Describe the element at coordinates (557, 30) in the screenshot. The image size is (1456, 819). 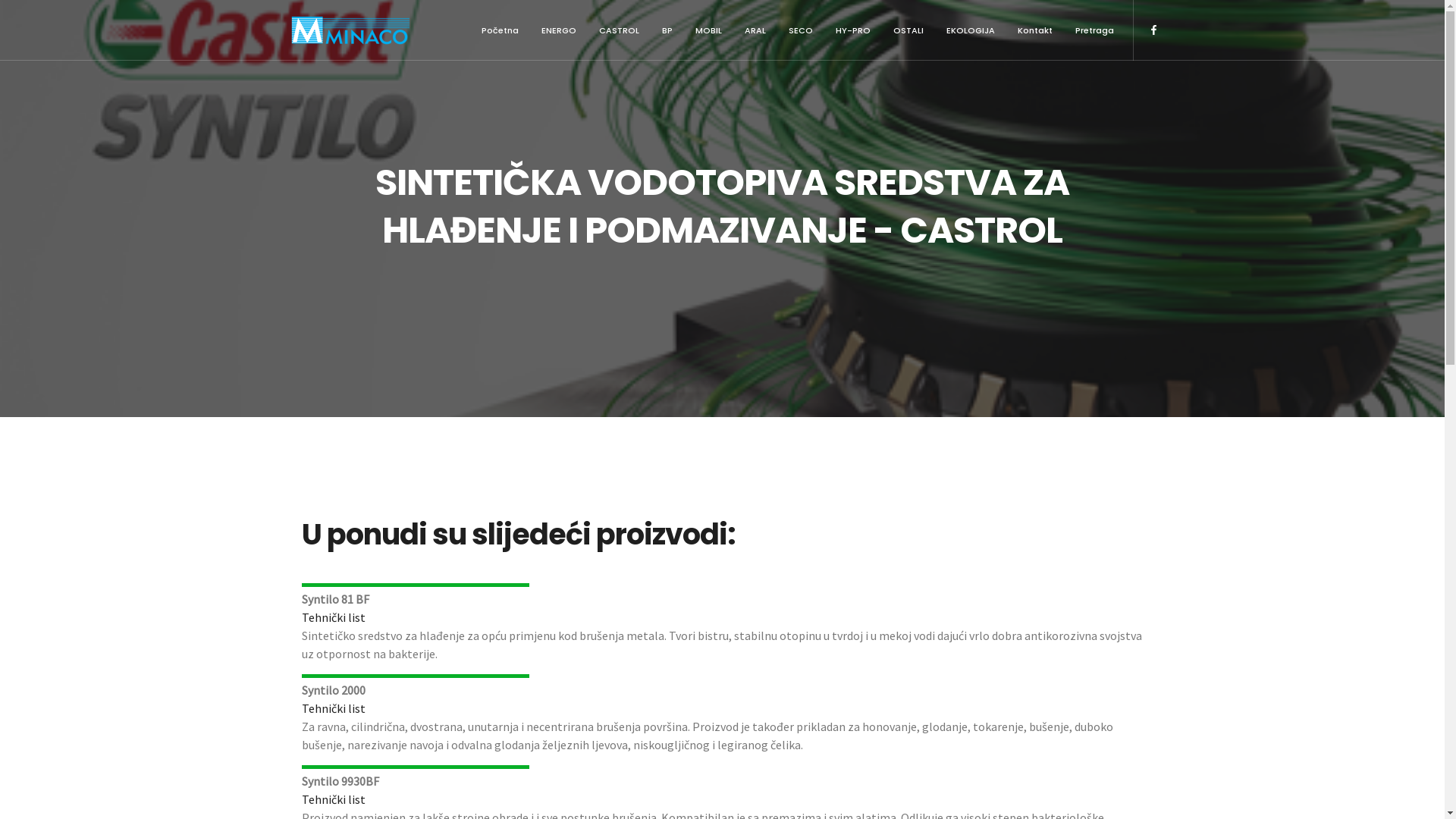
I see `'ENERGO'` at that location.